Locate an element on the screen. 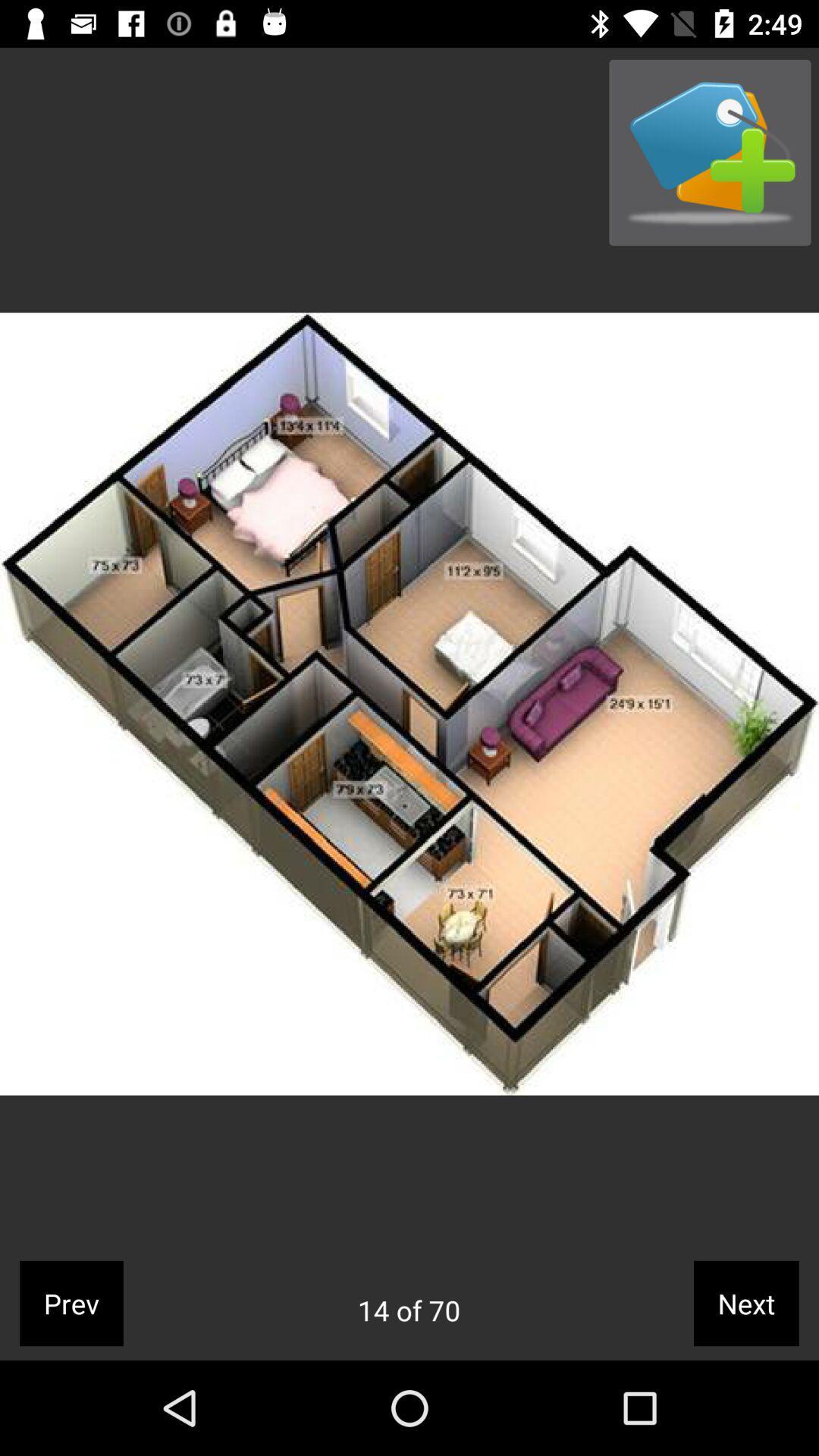 The width and height of the screenshot is (819, 1456). the app to the right of prev app is located at coordinates (408, 1310).